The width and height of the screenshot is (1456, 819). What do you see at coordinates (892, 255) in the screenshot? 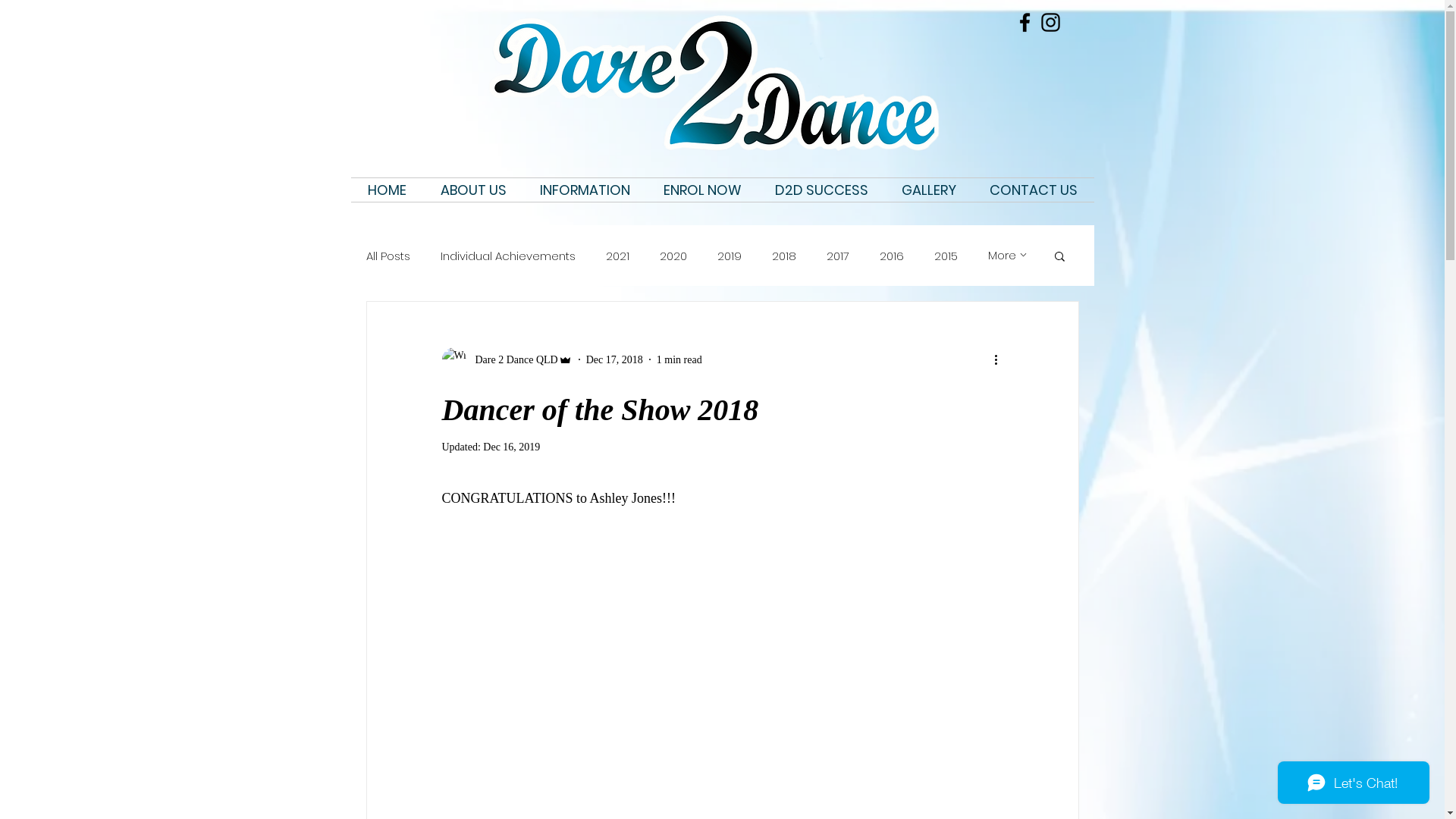
I see `'2016'` at bounding box center [892, 255].